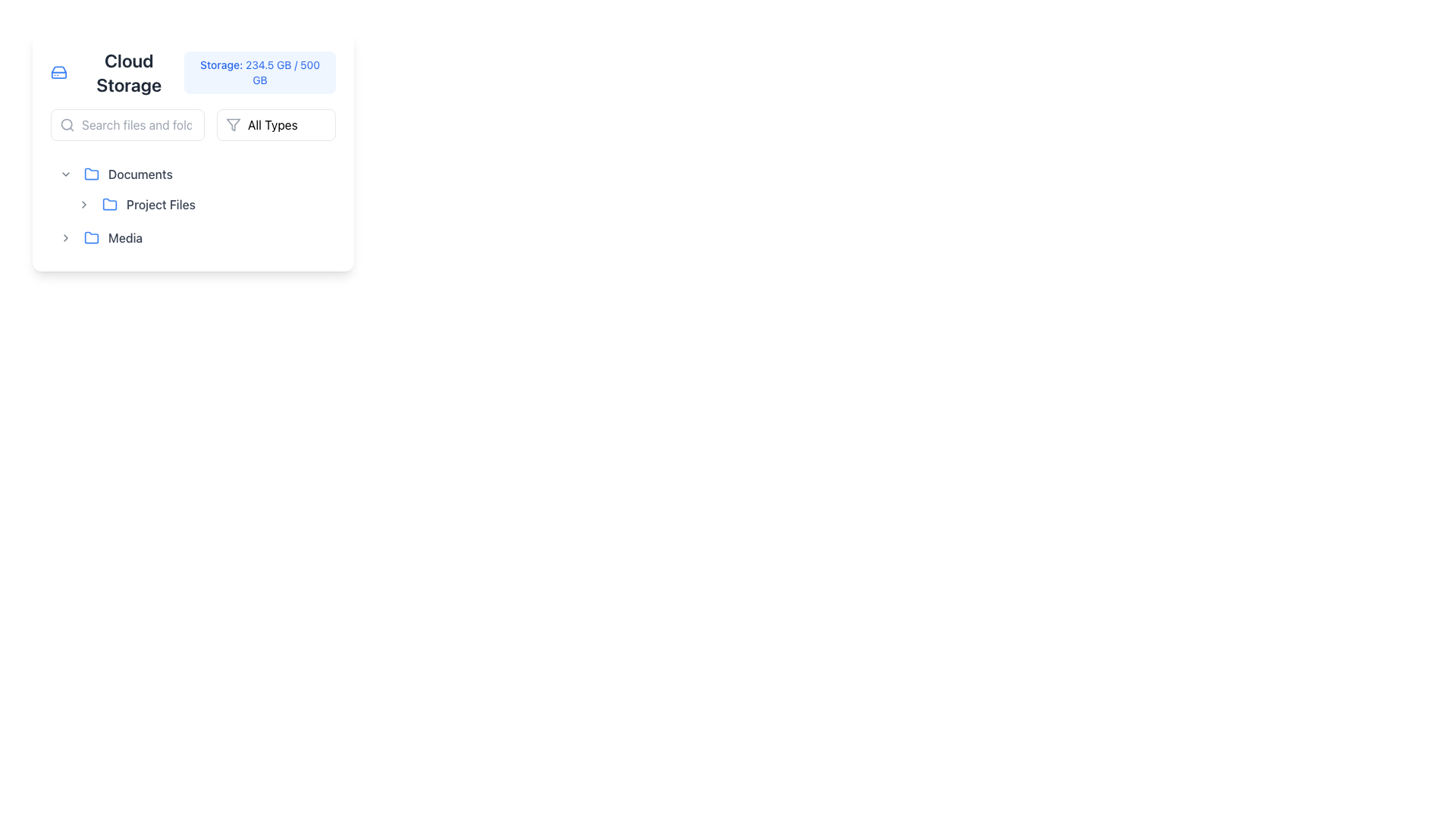 Image resolution: width=1456 pixels, height=819 pixels. Describe the element at coordinates (143, 205) in the screenshot. I see `the 'Project Files' text in the collapsible menu` at that location.